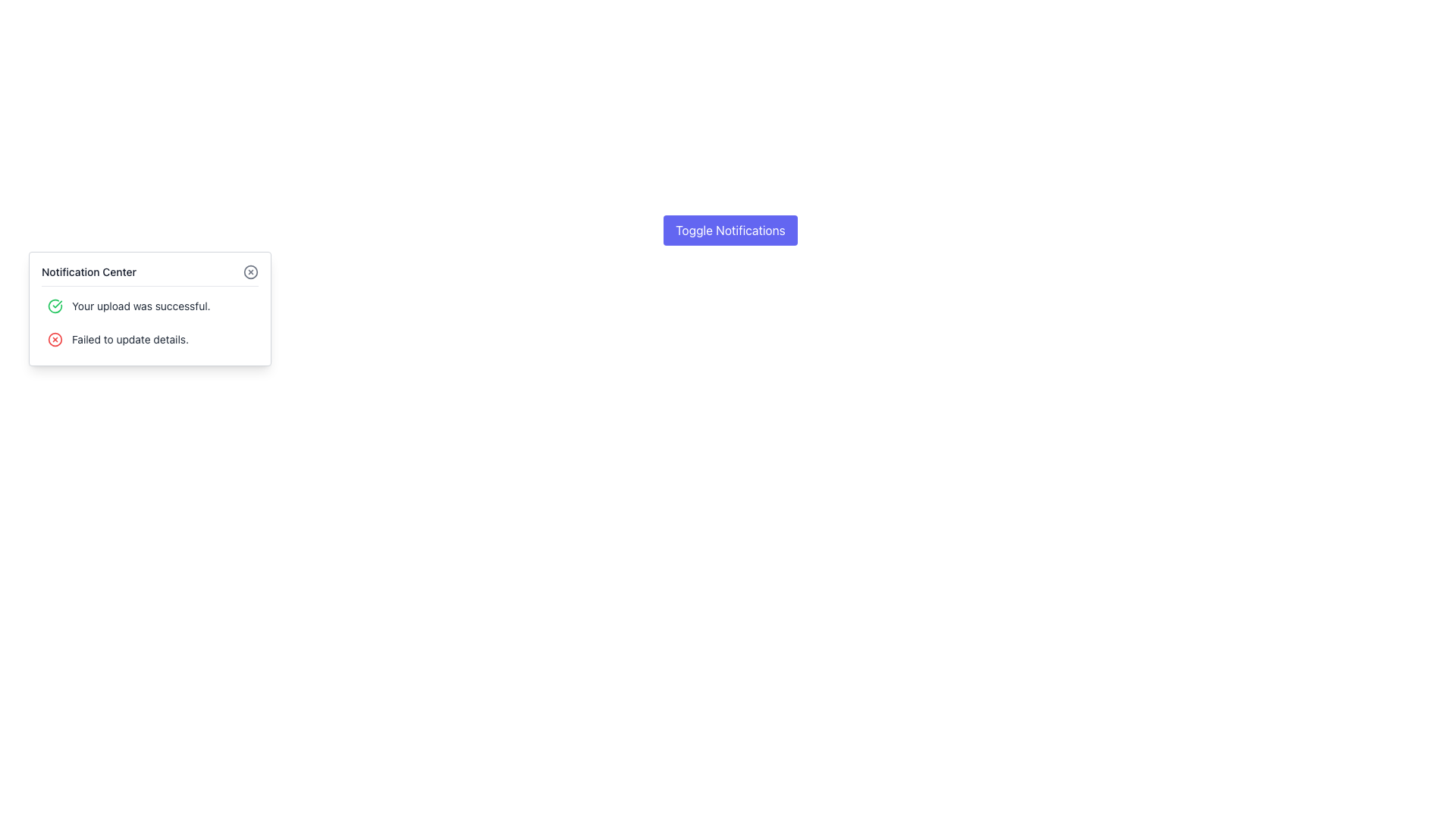 Image resolution: width=1456 pixels, height=819 pixels. What do you see at coordinates (251, 271) in the screenshot?
I see `the close button located at the upper-right corner of the Notification Center header` at bounding box center [251, 271].